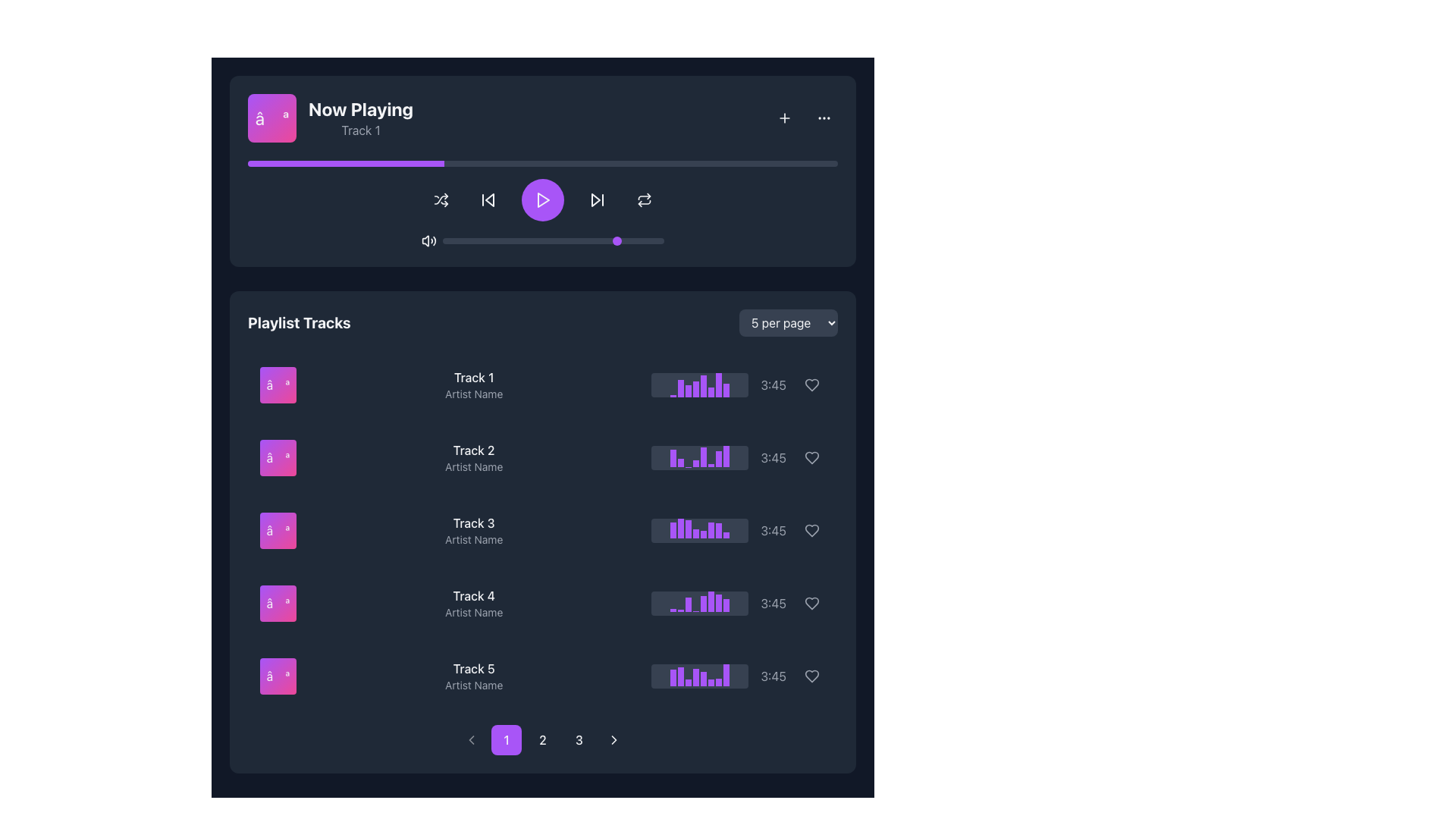 The height and width of the screenshot is (819, 1456). What do you see at coordinates (773, 602) in the screenshot?
I see `the text label indicating the duration or time of the associated playlist item, located in the playlist section to the right of the fourth track's progress visualization` at bounding box center [773, 602].